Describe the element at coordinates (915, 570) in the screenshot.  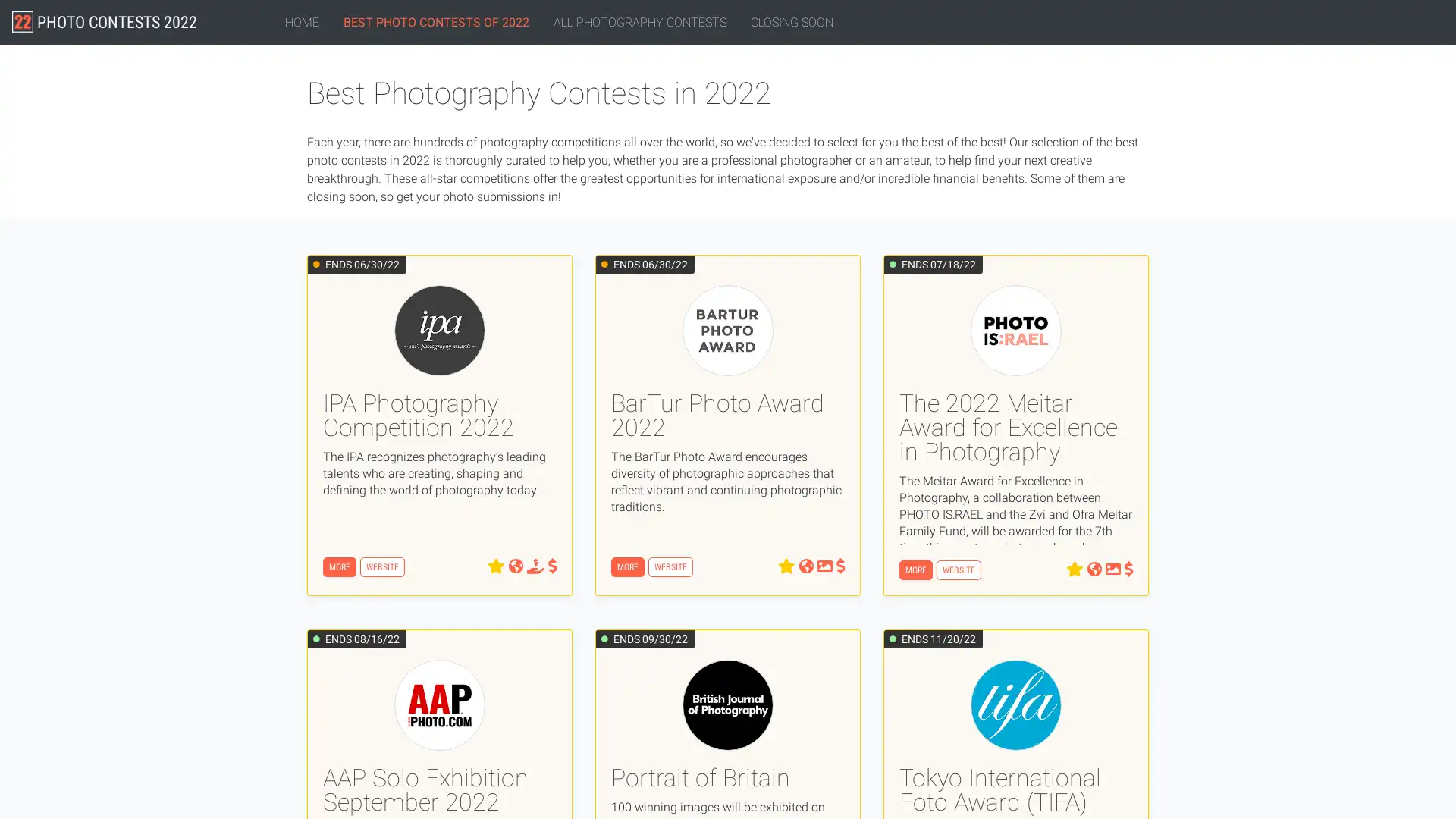
I see `MORE` at that location.